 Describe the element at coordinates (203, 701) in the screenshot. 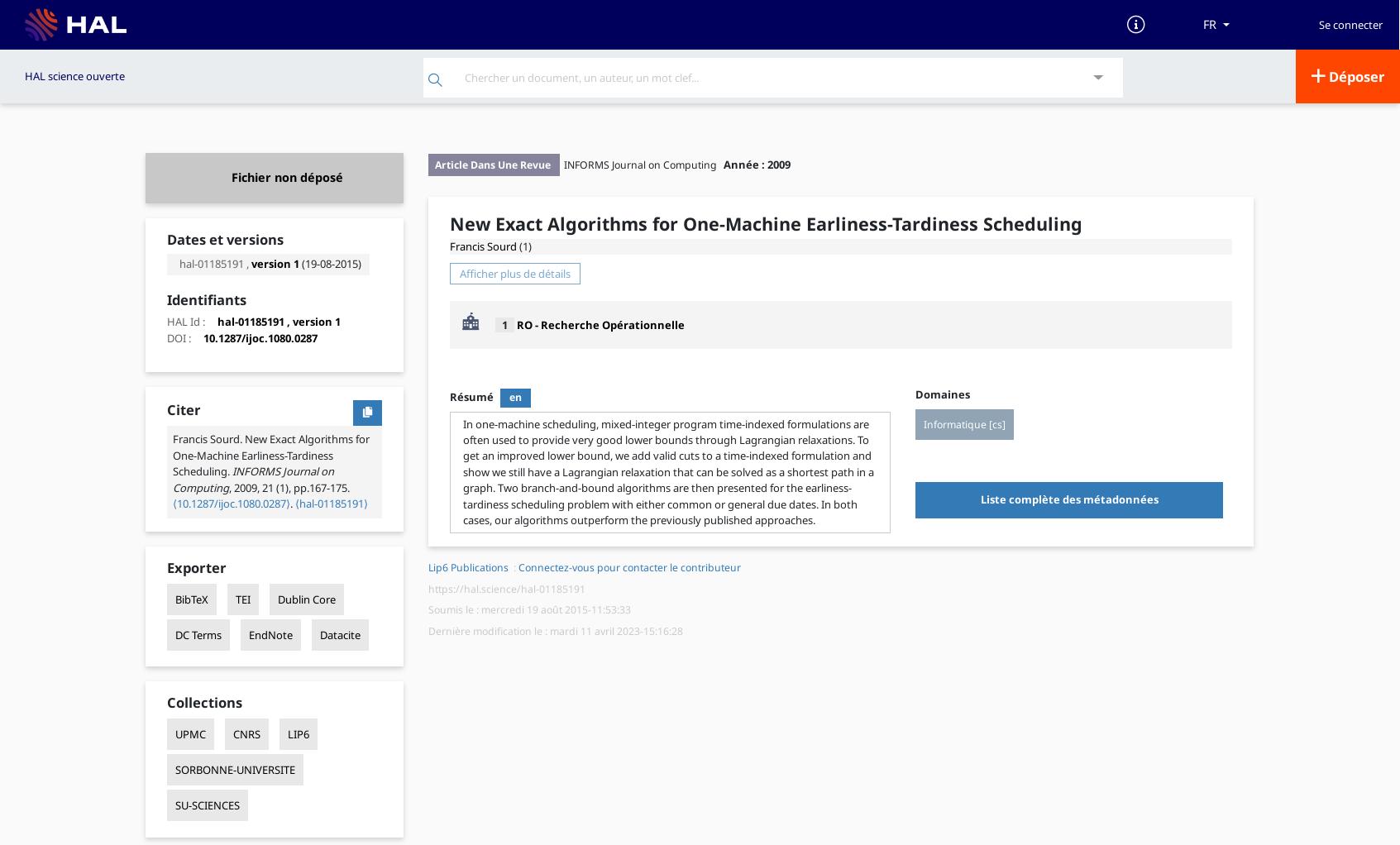

I see `'Collections'` at that location.